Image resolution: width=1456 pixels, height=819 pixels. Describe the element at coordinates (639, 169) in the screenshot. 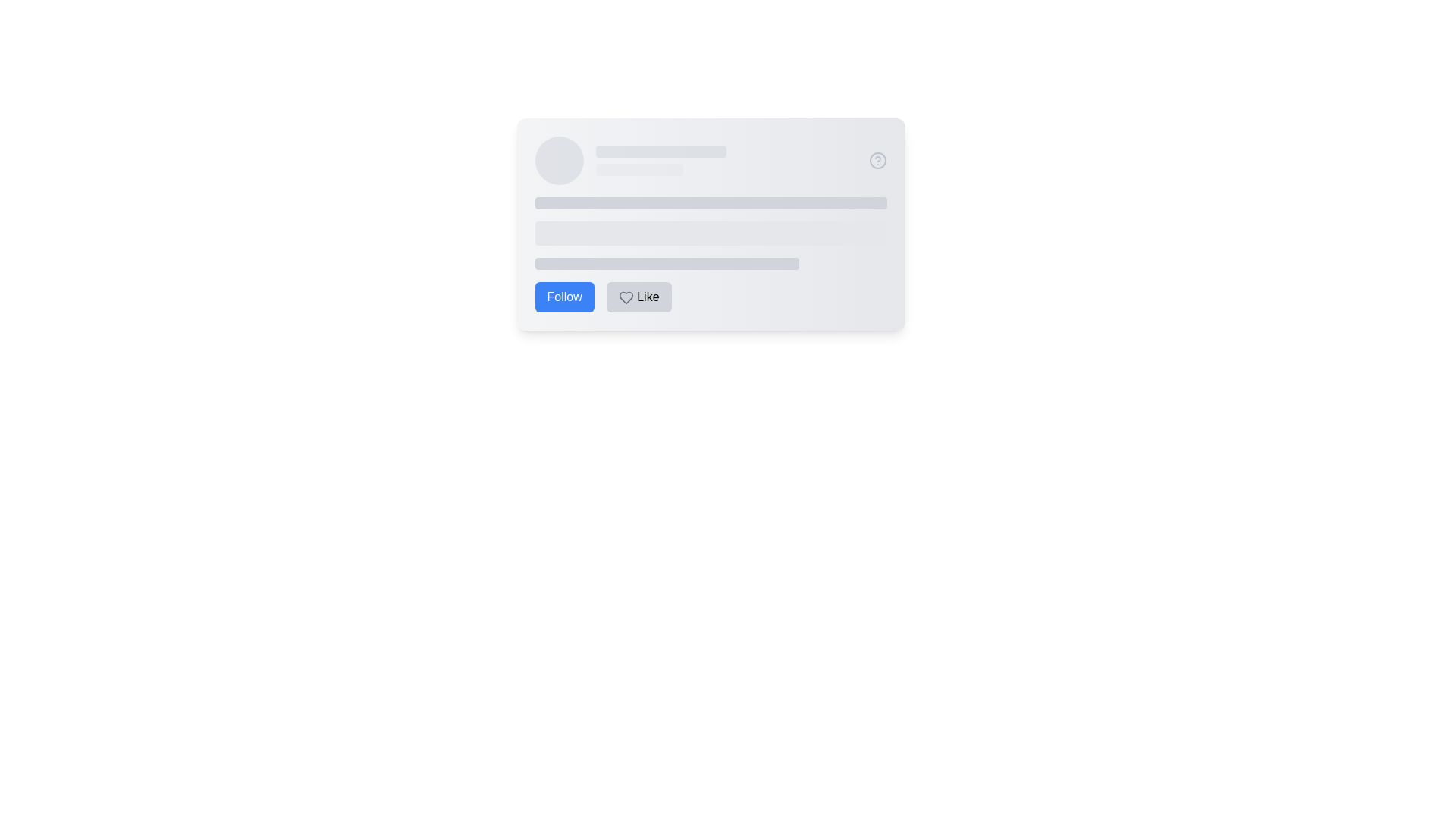

I see `the progress bar located below the sibling bar in the upper-middle portion of the card-like structure, which has a light gray background and rounded edges` at that location.